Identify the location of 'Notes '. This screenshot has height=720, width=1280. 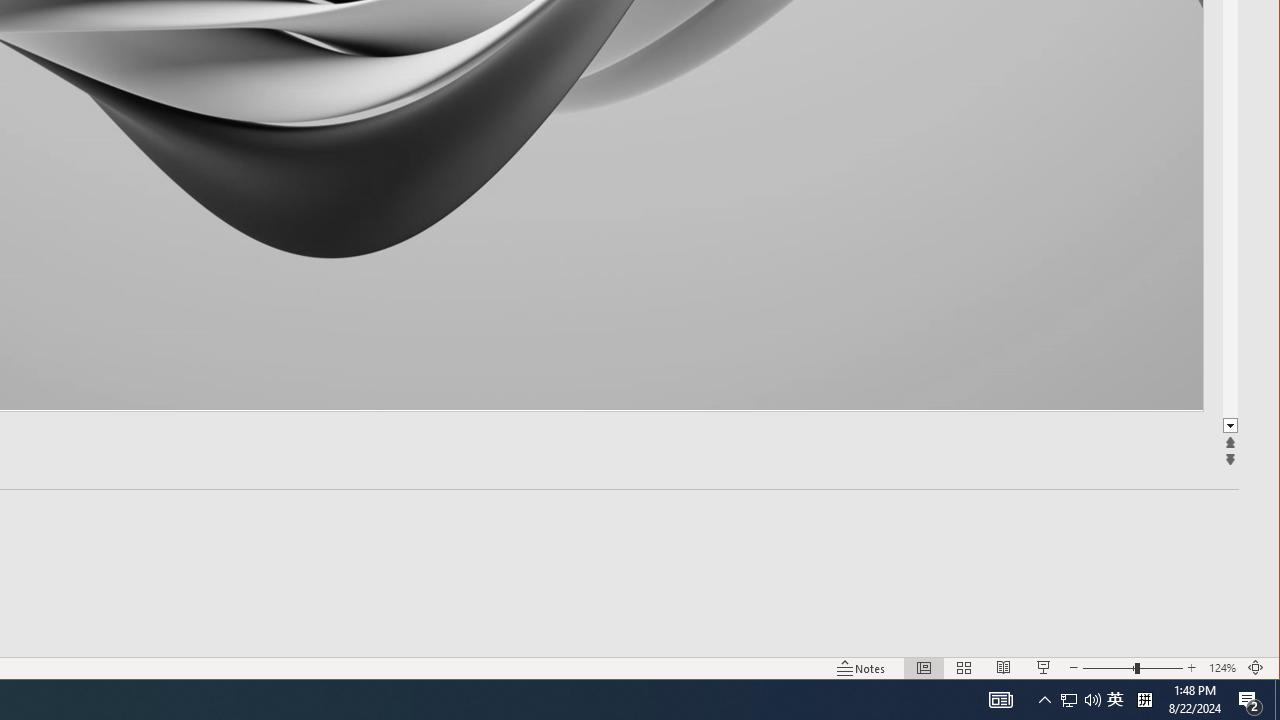
(861, 668).